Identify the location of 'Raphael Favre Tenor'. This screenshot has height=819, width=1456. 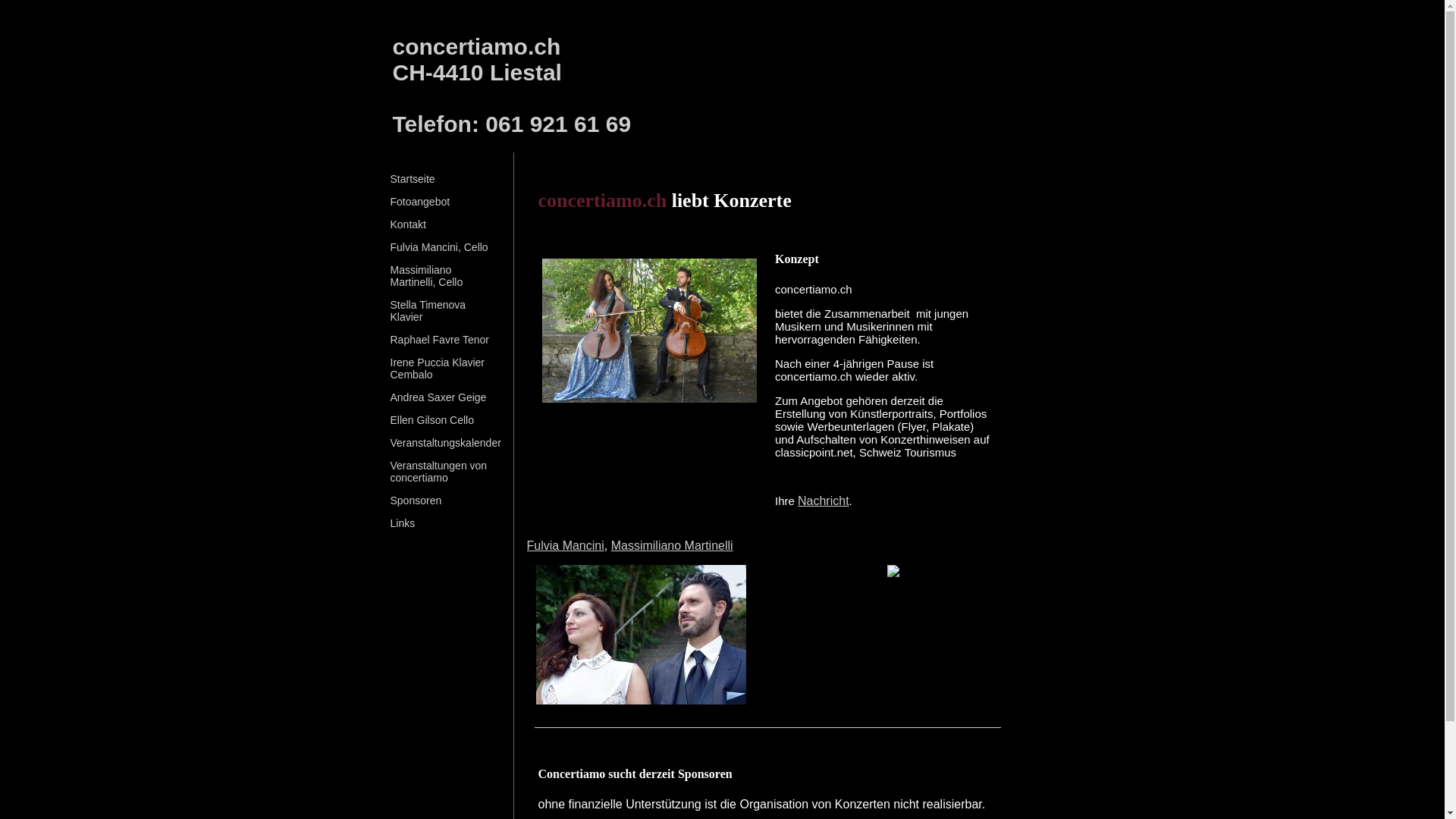
(438, 345).